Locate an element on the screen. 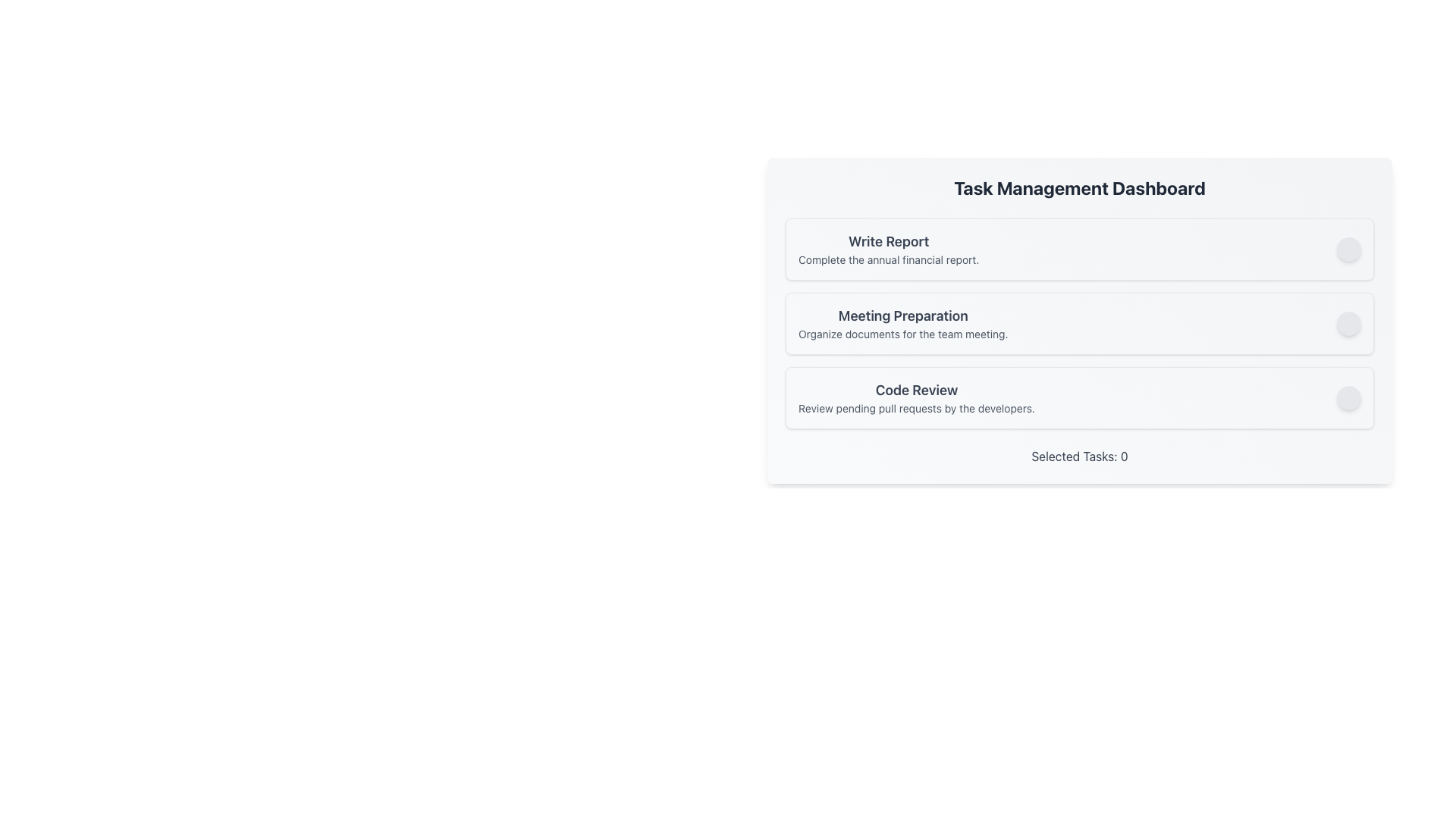 The image size is (1456, 819). the rightmost button associated with the 'Code Review' task is located at coordinates (1349, 397).